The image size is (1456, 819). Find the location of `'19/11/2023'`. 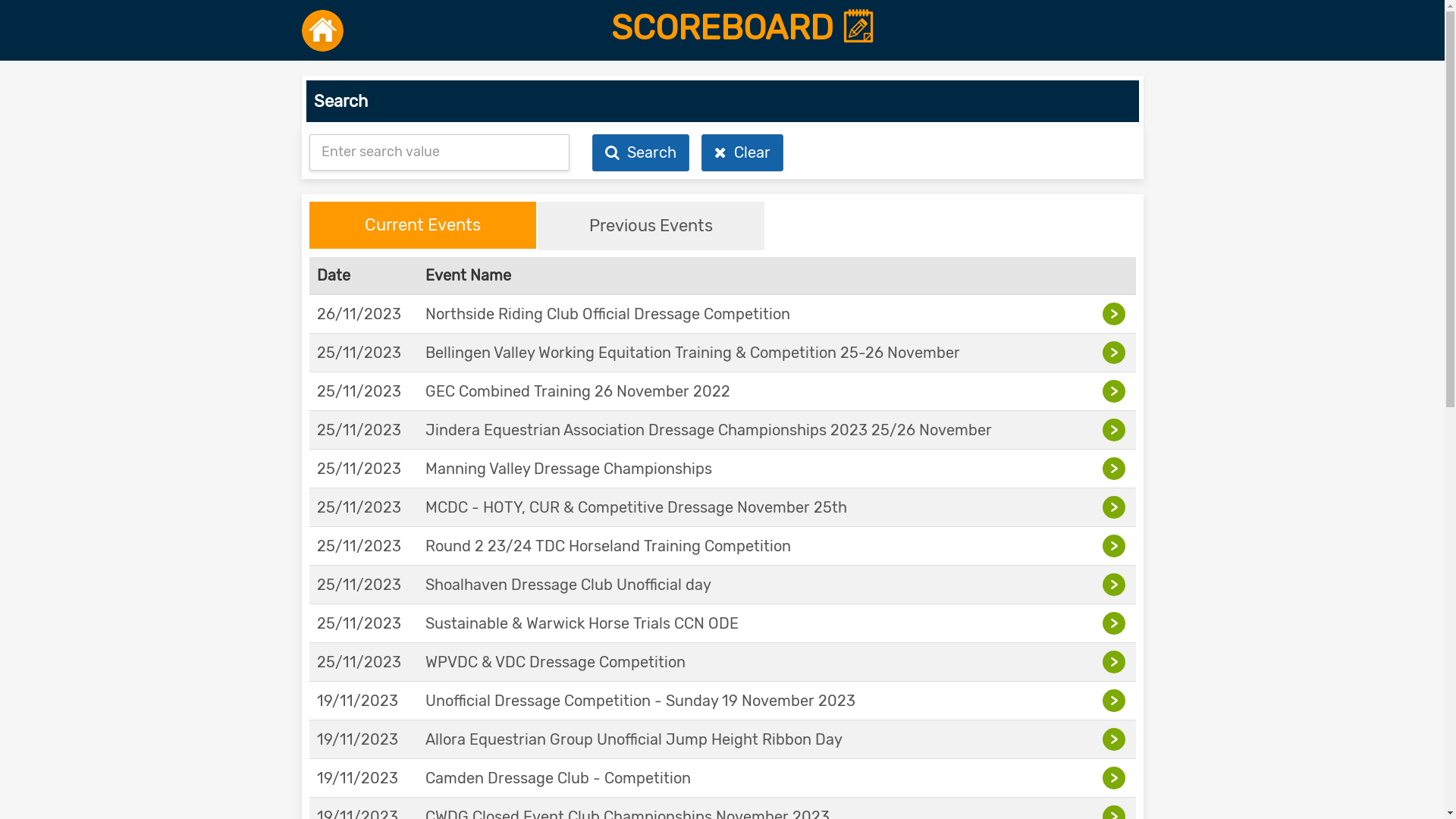

'19/11/2023' is located at coordinates (356, 701).